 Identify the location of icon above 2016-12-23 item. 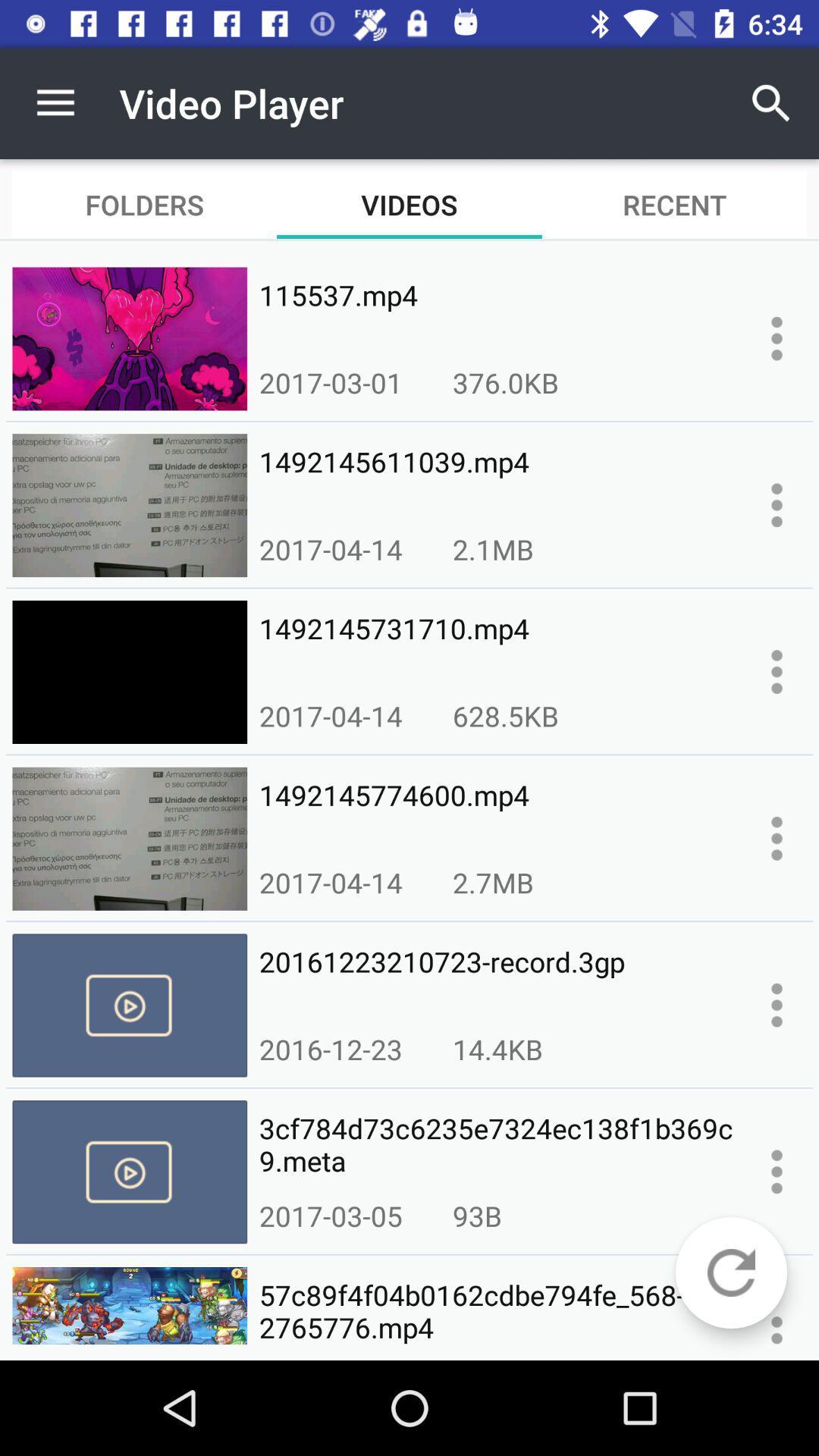
(497, 978).